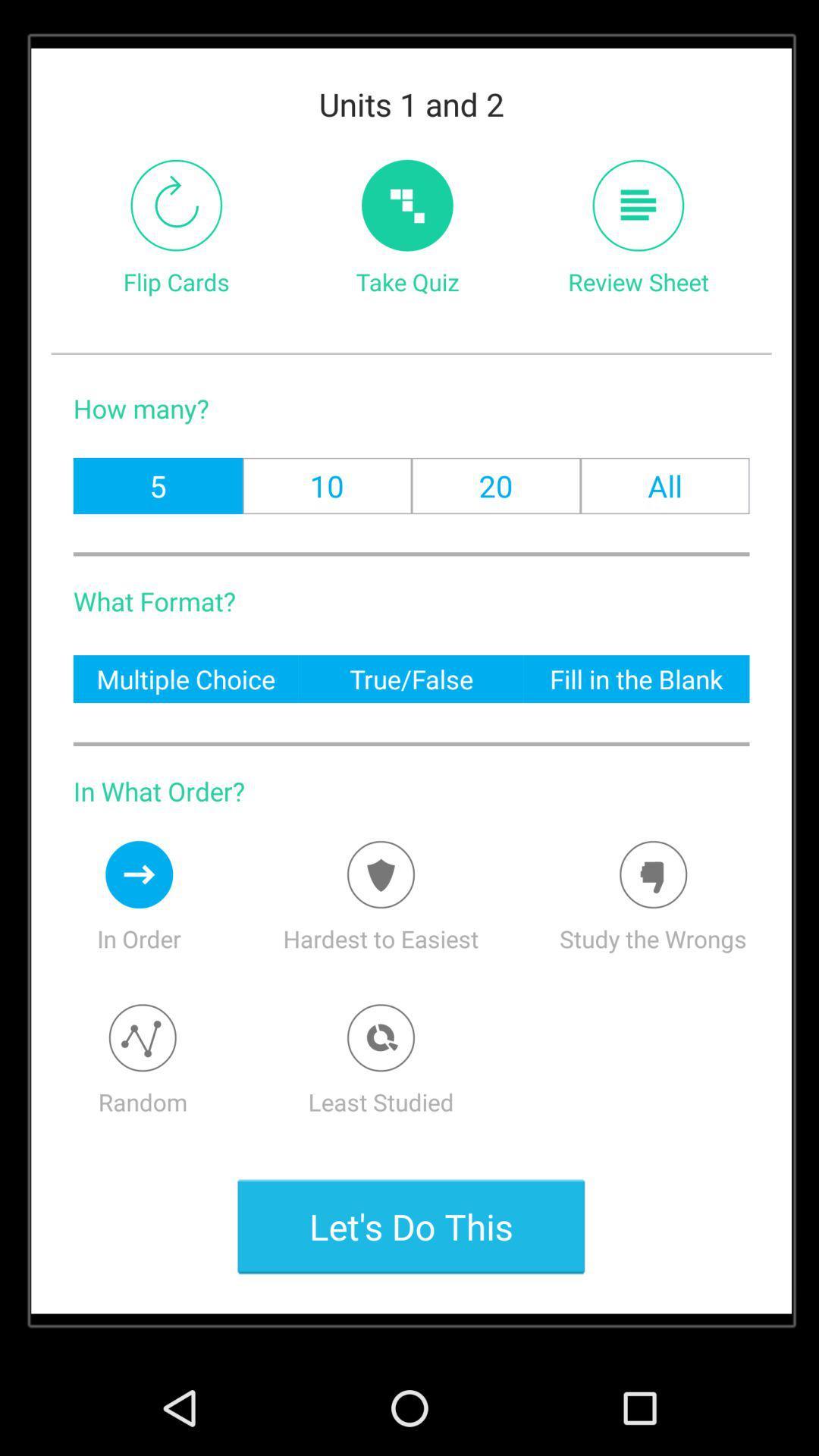 The image size is (819, 1456). Describe the element at coordinates (636, 678) in the screenshot. I see `item next to true/false` at that location.